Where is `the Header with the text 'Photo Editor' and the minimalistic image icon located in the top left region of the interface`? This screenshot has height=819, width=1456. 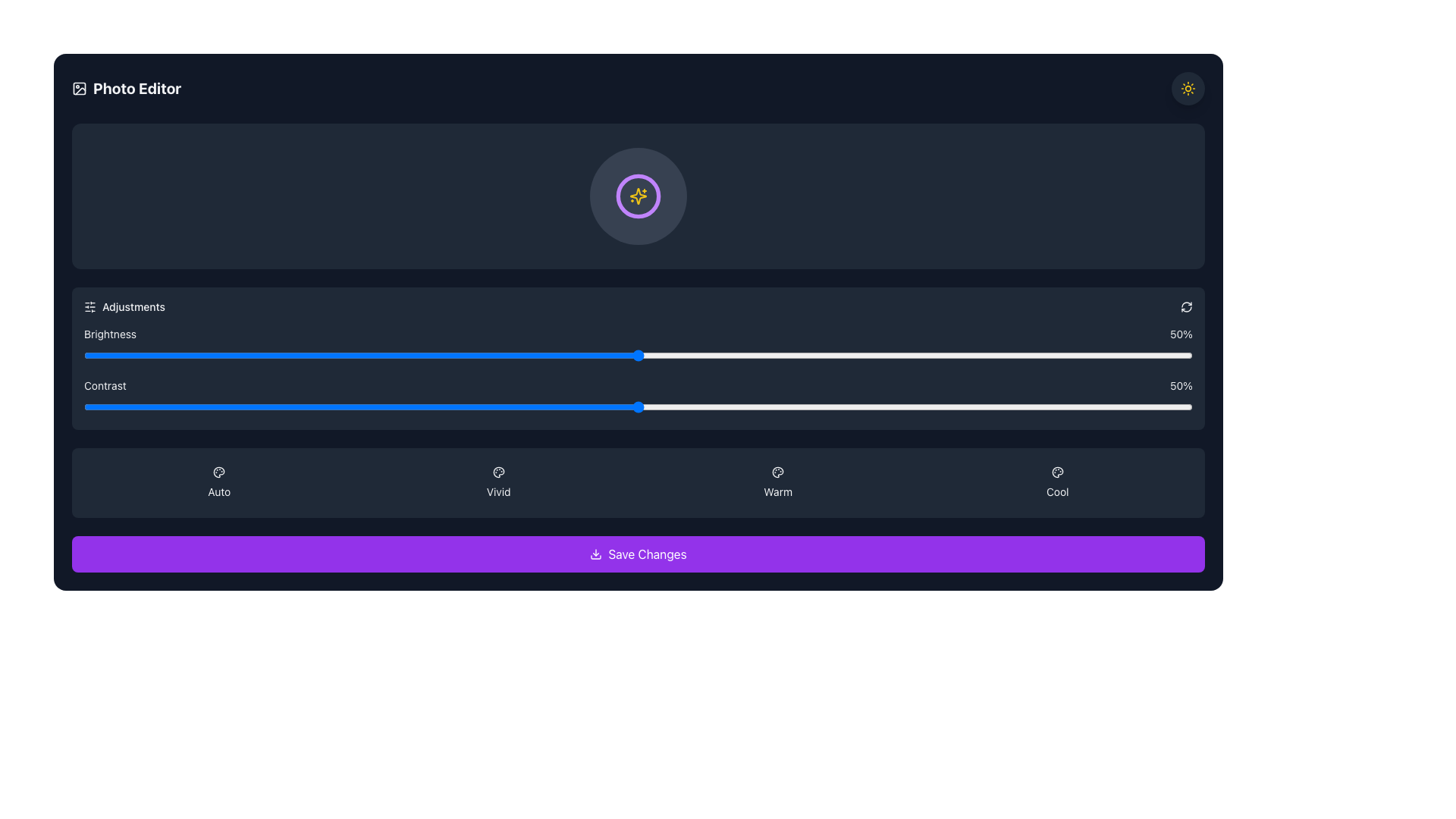 the Header with the text 'Photo Editor' and the minimalistic image icon located in the top left region of the interface is located at coordinates (127, 88).